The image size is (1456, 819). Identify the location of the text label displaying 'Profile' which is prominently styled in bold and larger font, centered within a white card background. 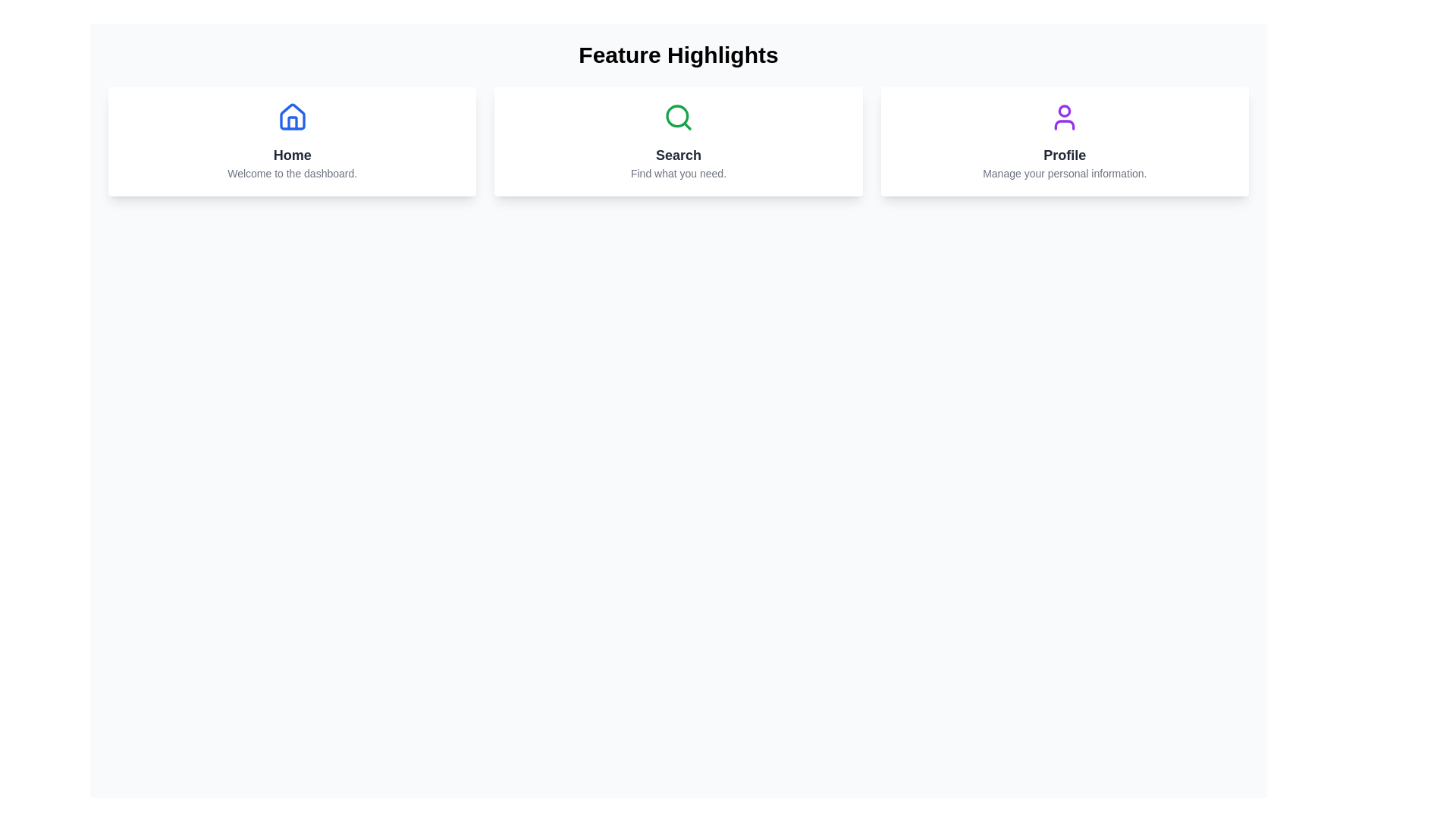
(1064, 155).